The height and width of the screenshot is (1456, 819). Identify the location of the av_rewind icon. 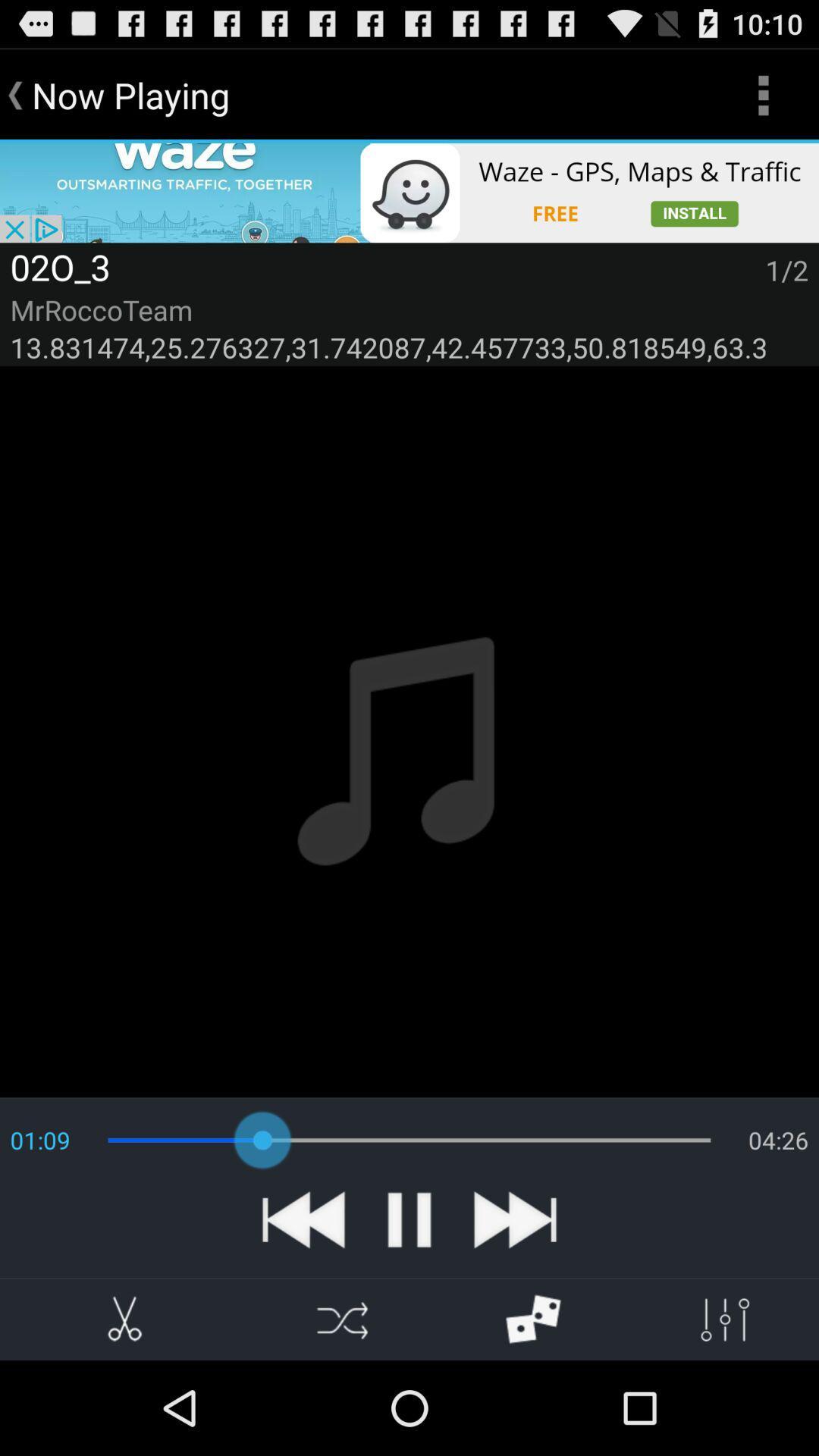
(303, 1304).